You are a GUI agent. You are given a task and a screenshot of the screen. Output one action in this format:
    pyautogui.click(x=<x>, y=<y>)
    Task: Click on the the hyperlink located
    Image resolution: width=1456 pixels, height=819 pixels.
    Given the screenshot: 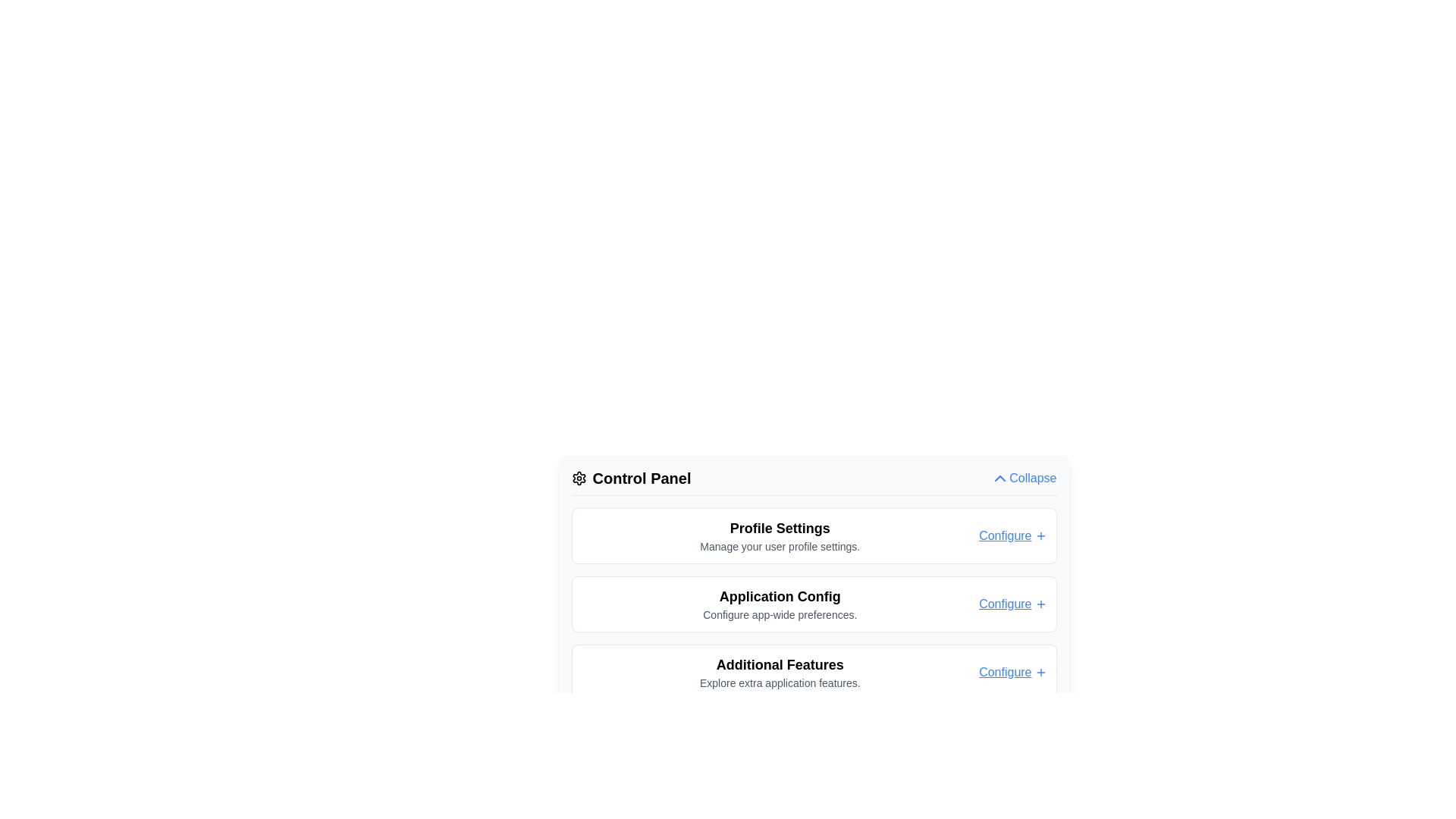 What is the action you would take?
    pyautogui.click(x=1012, y=535)
    